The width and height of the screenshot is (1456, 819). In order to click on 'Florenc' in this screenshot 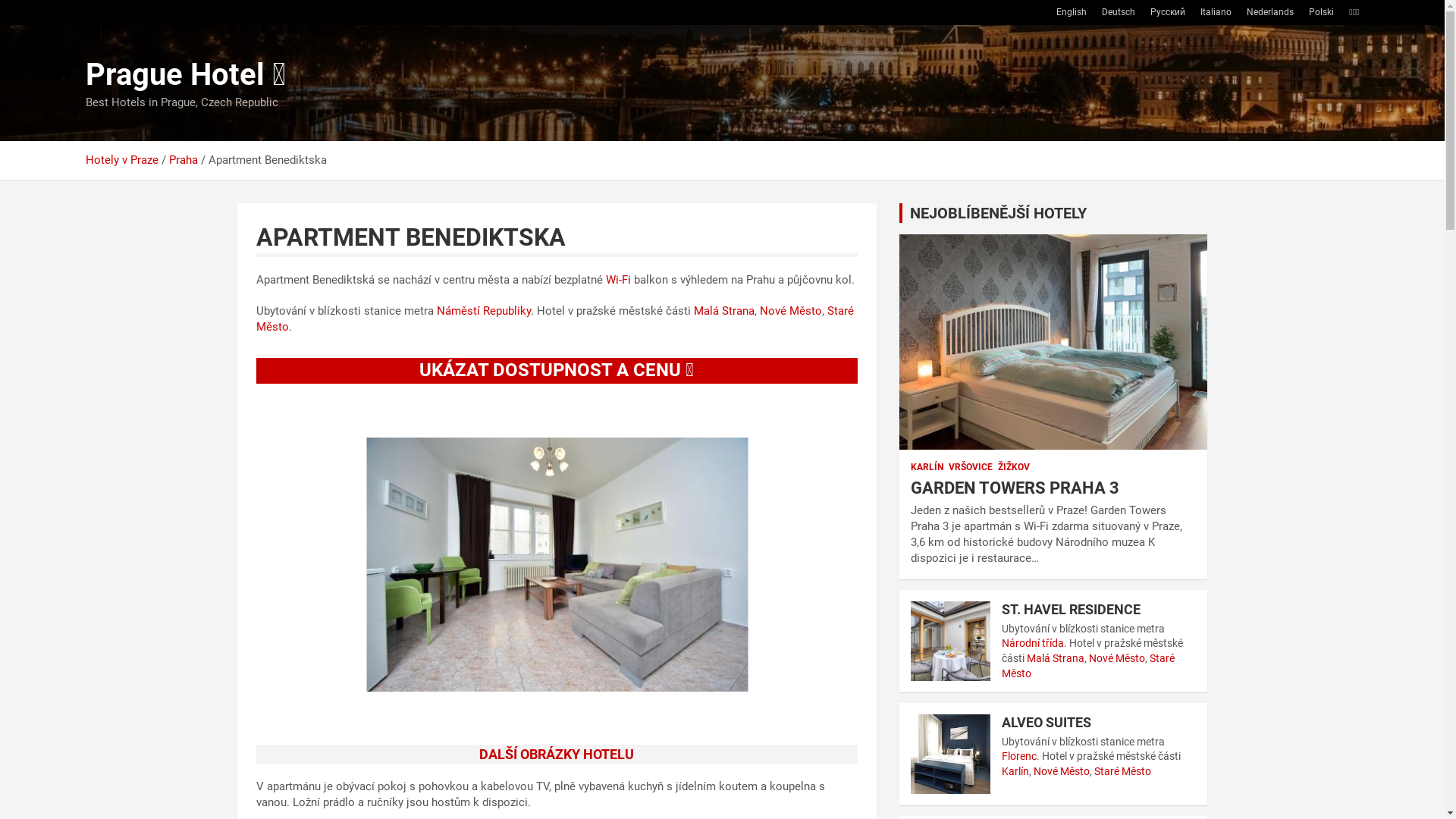, I will do `click(1019, 755)`.